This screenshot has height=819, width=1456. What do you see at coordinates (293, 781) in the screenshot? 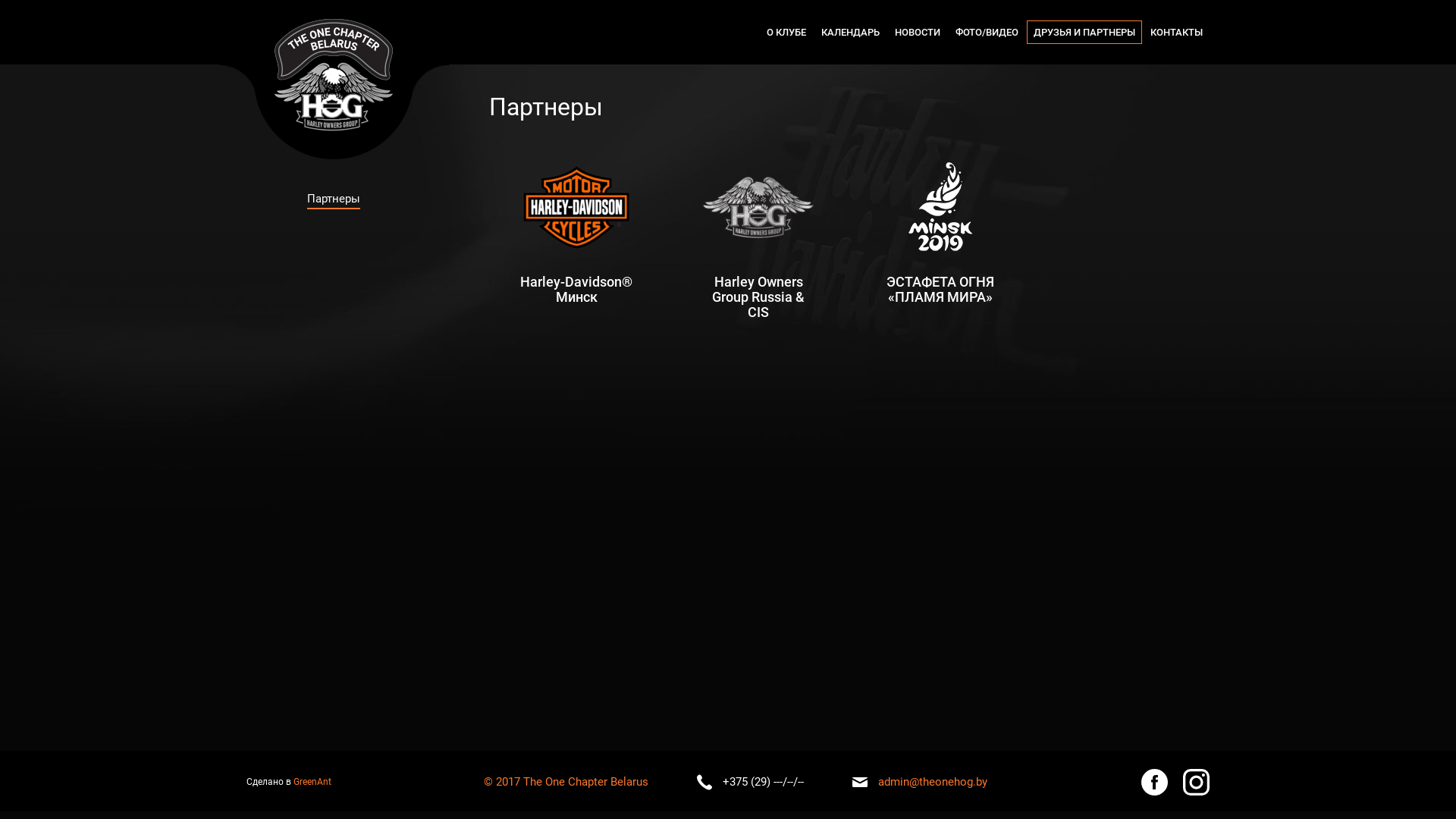
I see `'GreenAnt'` at bounding box center [293, 781].